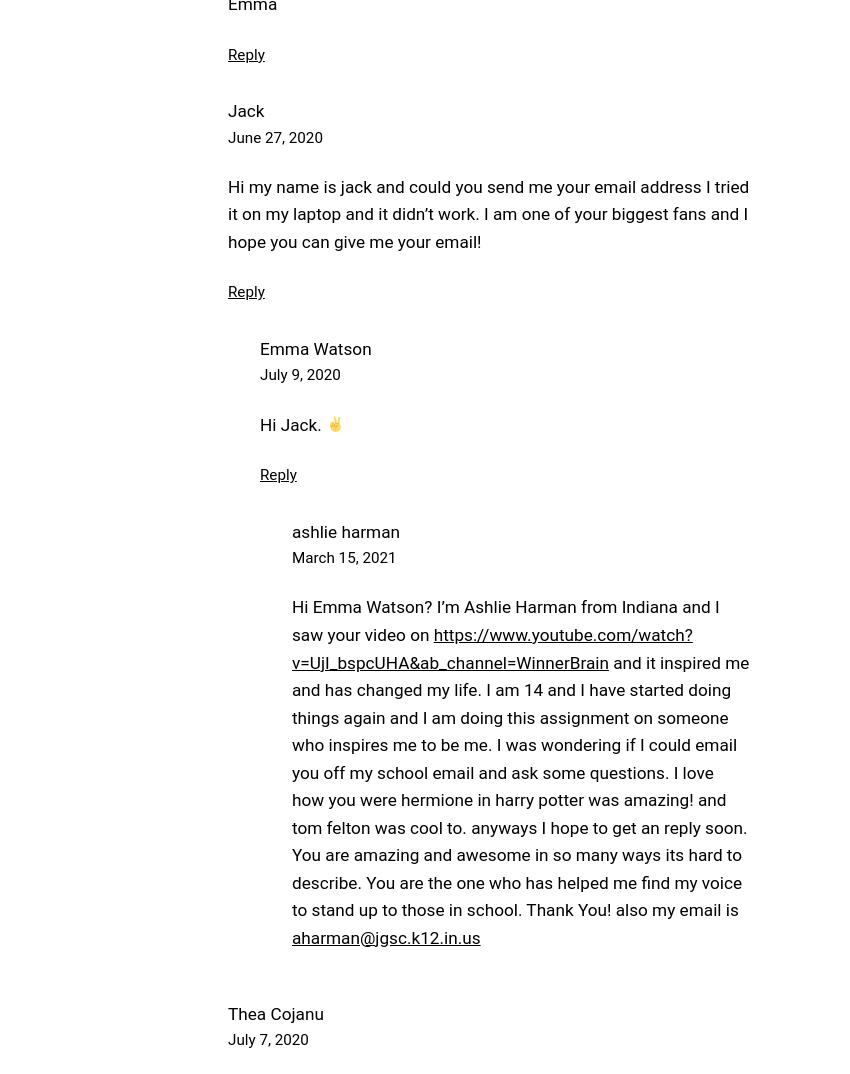 The image size is (850, 1074). I want to click on 'https://www.youtube.com/watch?v=UjI_bspcUHA&ab_channel=WinnerBrain', so click(491, 647).